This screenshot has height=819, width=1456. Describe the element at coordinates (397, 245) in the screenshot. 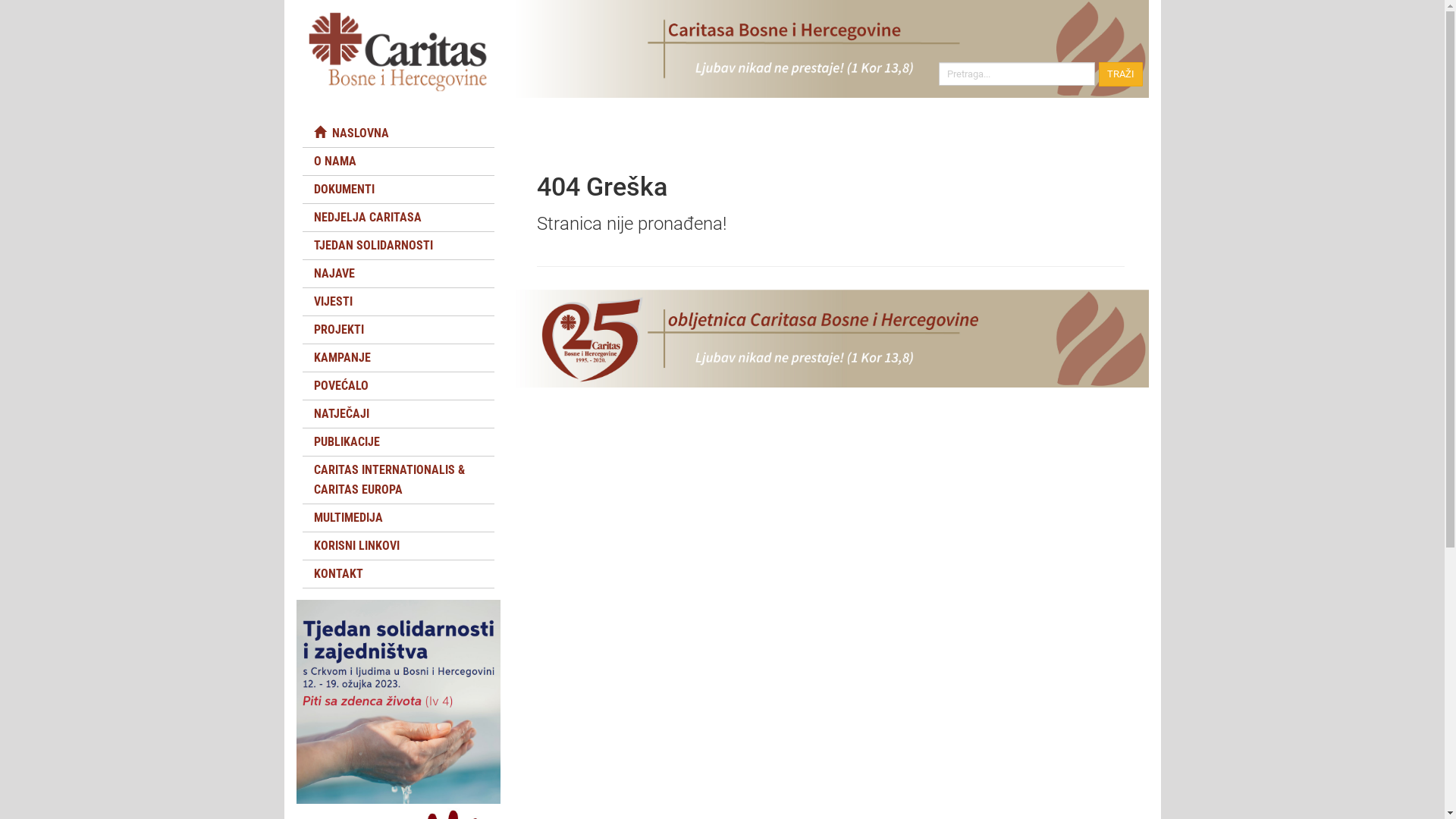

I see `'TJEDAN SOLIDARNOSTI'` at that location.